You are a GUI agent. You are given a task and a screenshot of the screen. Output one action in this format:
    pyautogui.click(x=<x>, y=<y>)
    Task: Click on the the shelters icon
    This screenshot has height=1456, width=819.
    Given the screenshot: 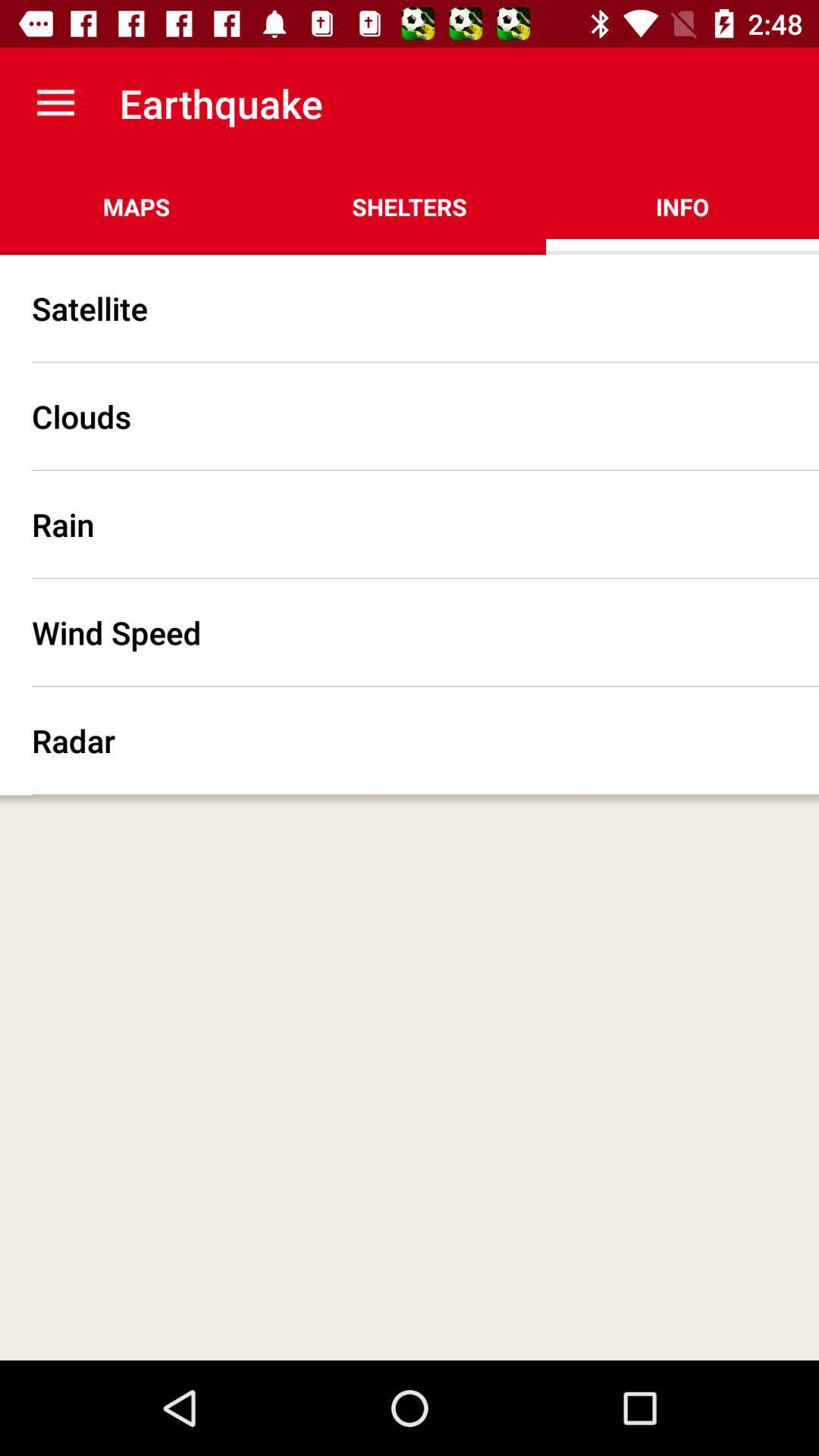 What is the action you would take?
    pyautogui.click(x=409, y=206)
    